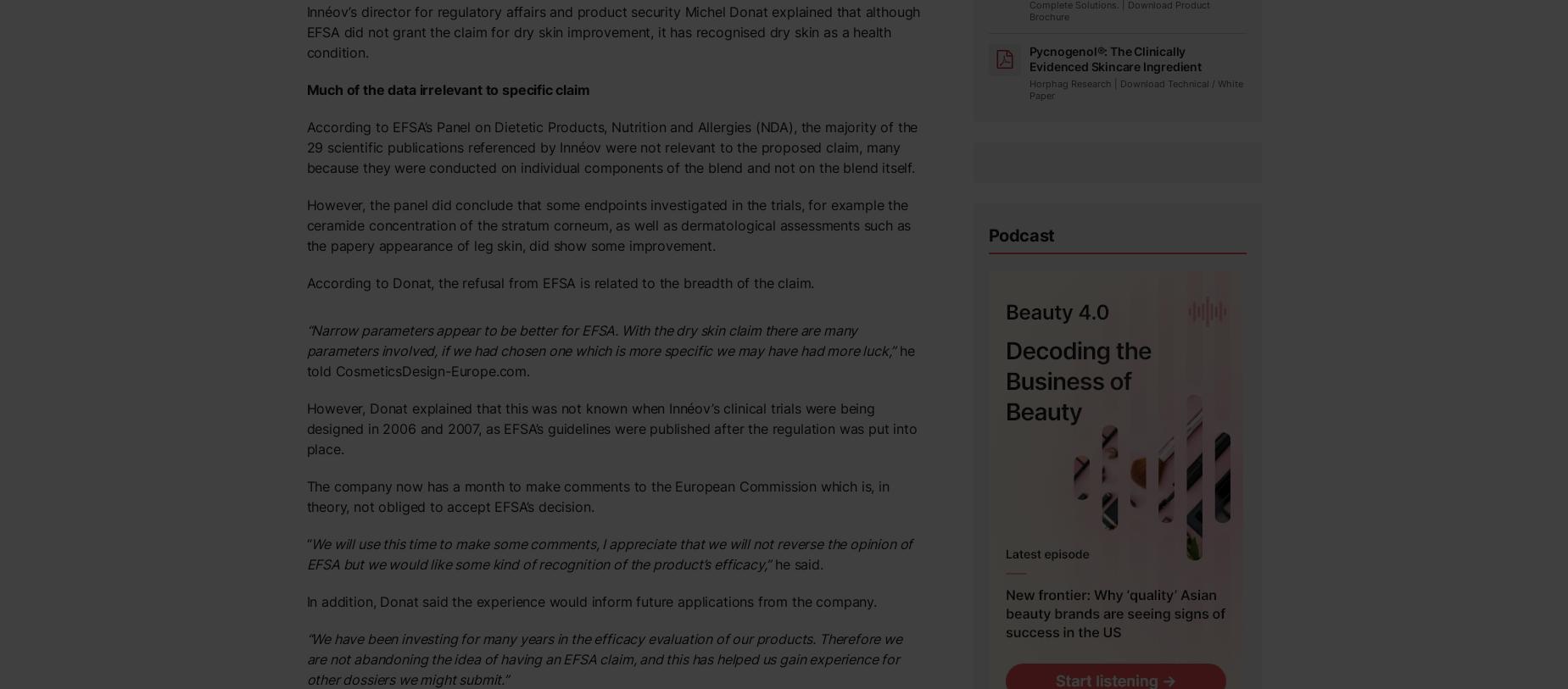 This screenshot has height=689, width=1568. What do you see at coordinates (559, 281) in the screenshot?
I see `'According to Donat, the refusal from EFSA is related to the breadth of the claim.'` at bounding box center [559, 281].